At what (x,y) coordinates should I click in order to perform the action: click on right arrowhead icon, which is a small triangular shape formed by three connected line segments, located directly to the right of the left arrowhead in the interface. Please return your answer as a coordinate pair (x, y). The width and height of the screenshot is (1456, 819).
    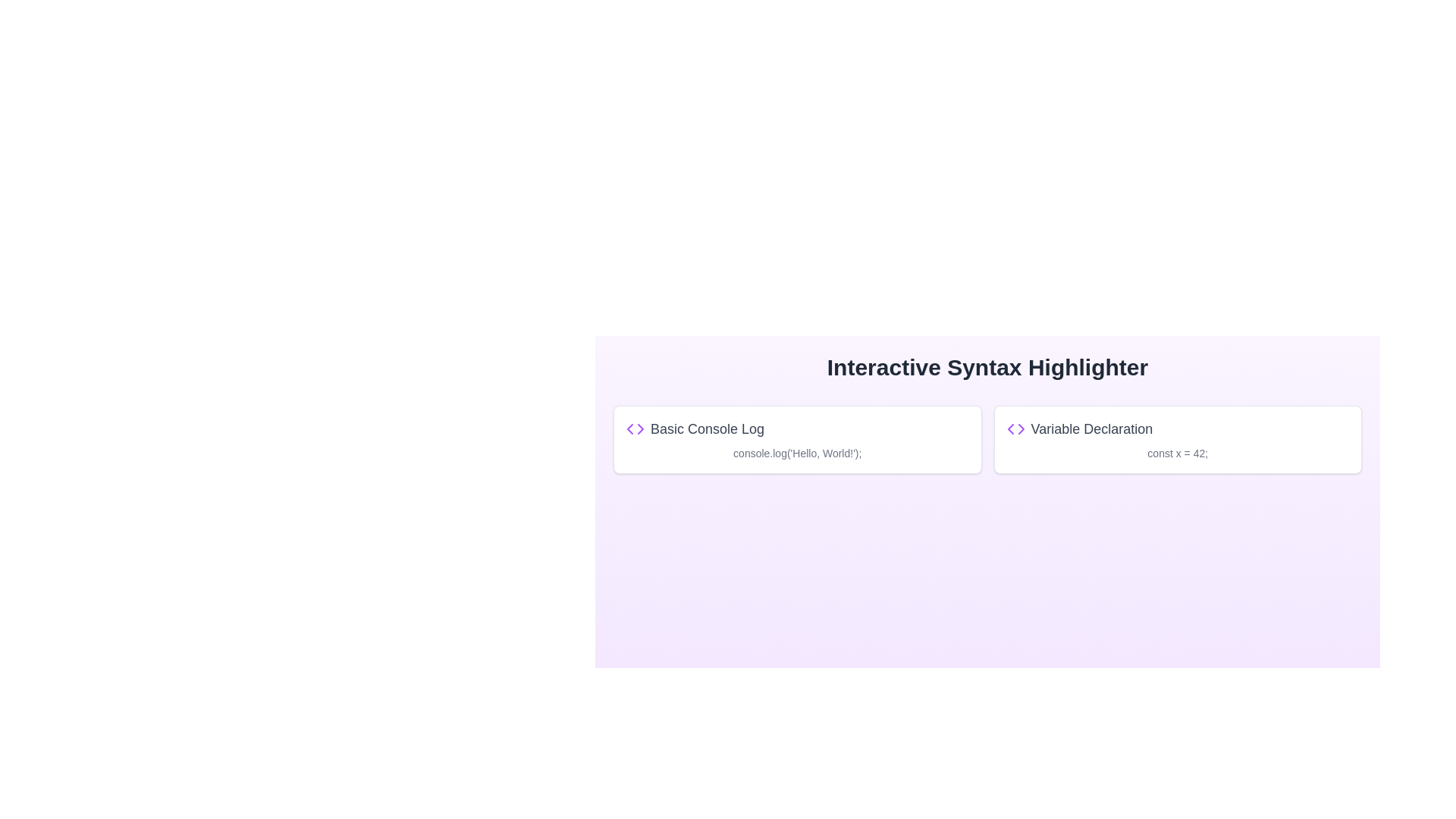
    Looking at the image, I should click on (1021, 429).